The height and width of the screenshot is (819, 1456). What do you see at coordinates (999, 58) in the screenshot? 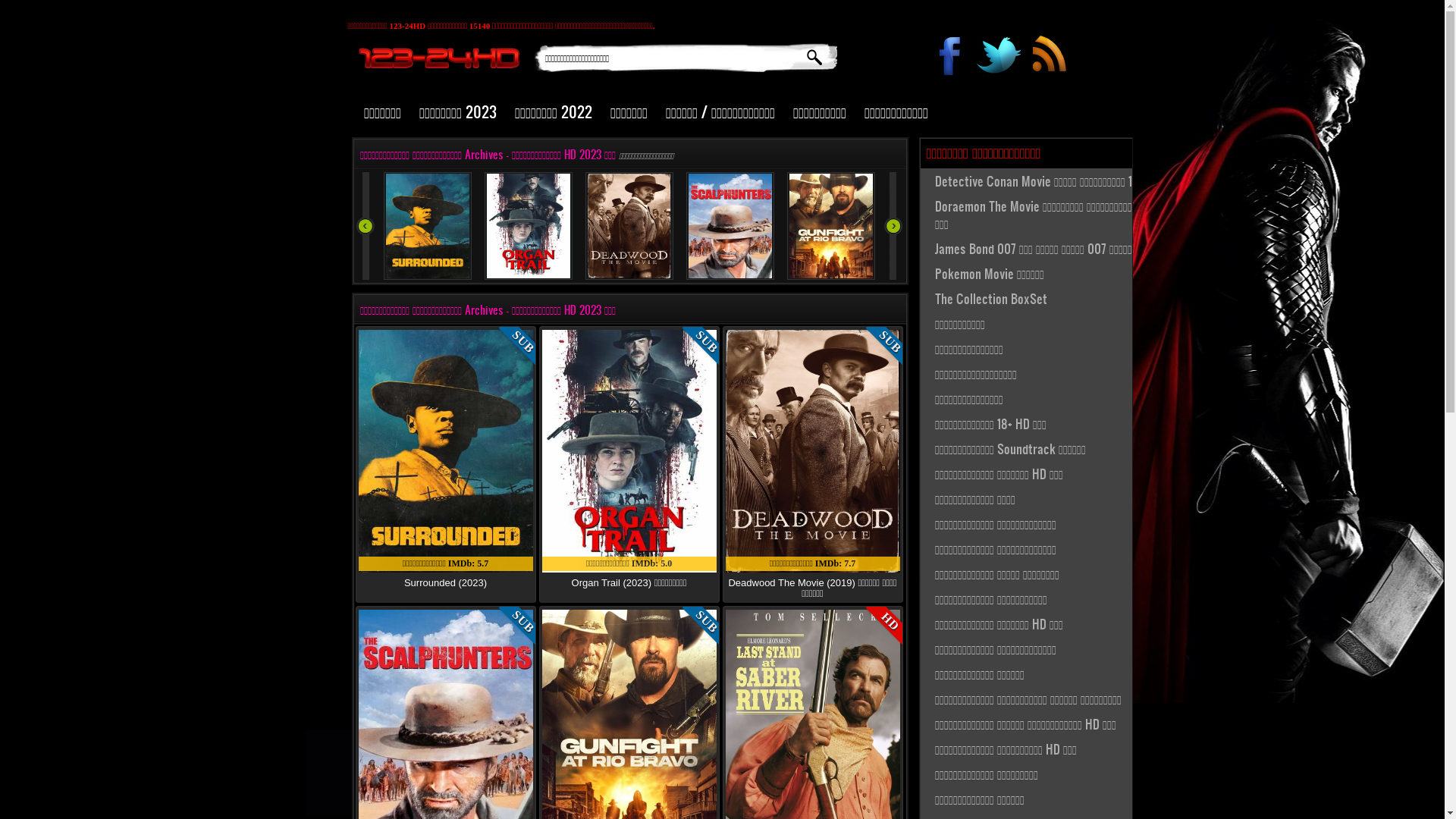
I see `'#'` at bounding box center [999, 58].